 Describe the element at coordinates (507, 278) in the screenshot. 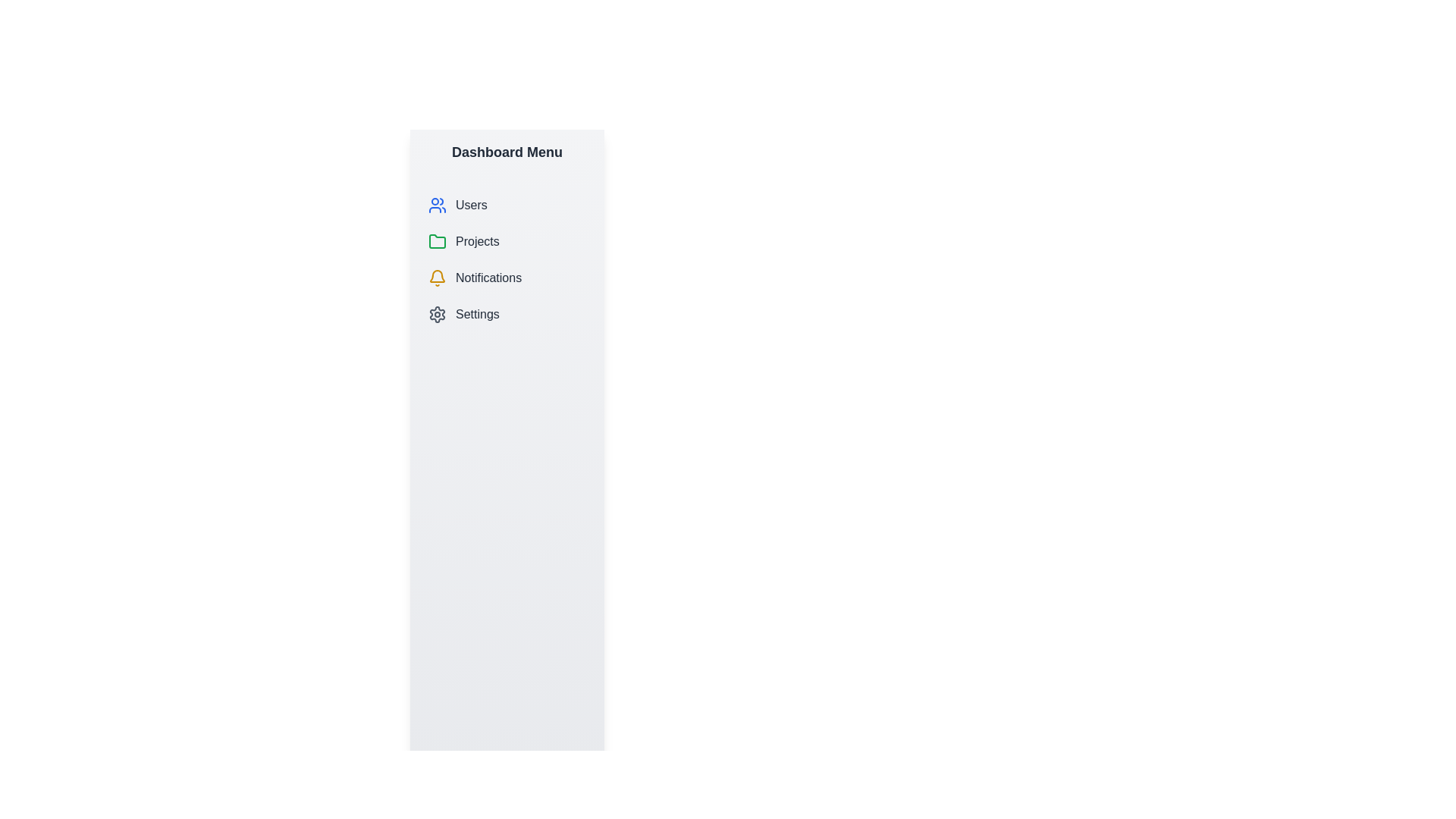

I see `the menu item labeled Notifications to navigate to its respective section` at that location.